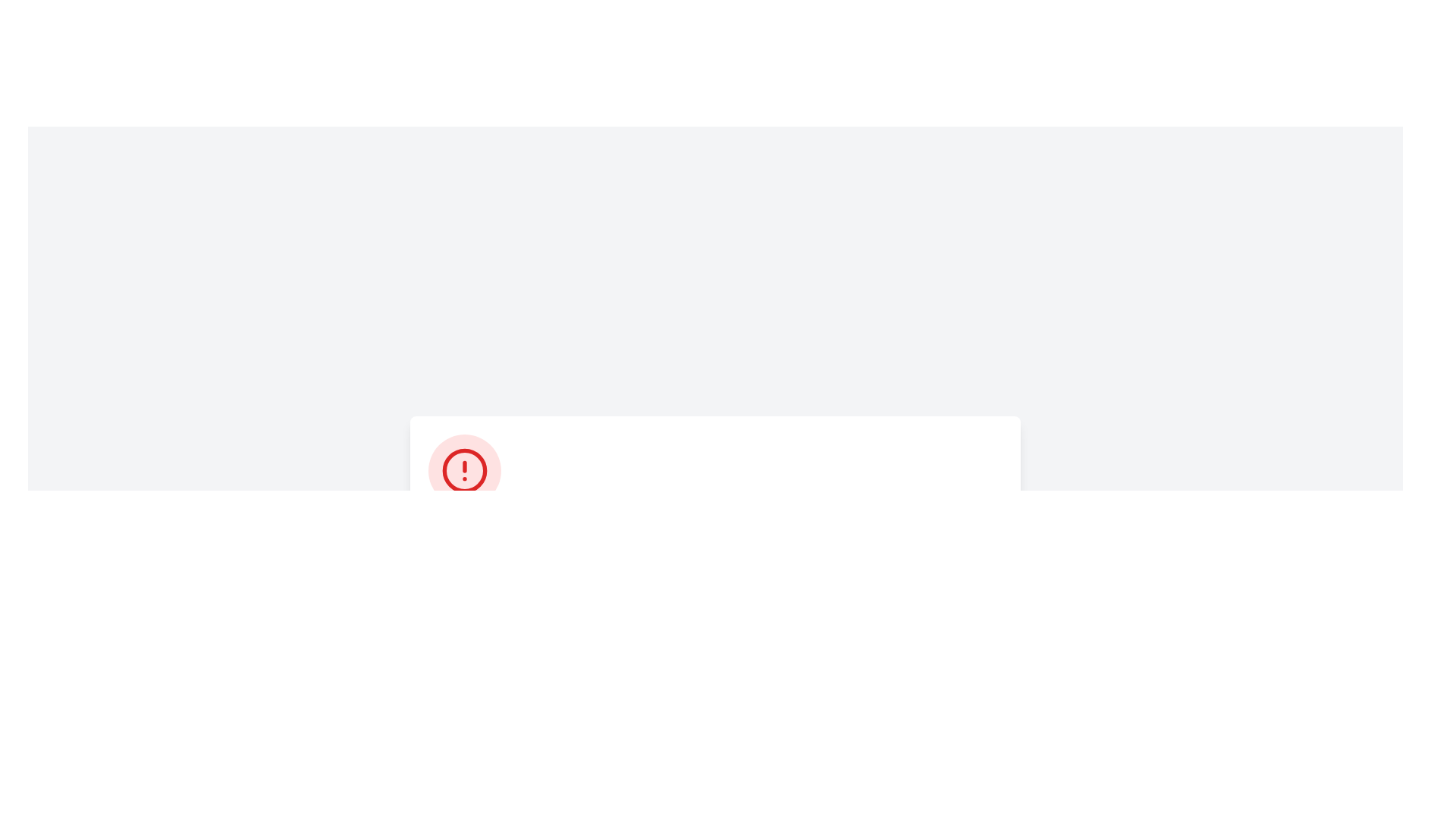 The image size is (1456, 819). Describe the element at coordinates (464, 470) in the screenshot. I see `the circle element of the warning sign SVG graphic, which indicates an alert or error` at that location.